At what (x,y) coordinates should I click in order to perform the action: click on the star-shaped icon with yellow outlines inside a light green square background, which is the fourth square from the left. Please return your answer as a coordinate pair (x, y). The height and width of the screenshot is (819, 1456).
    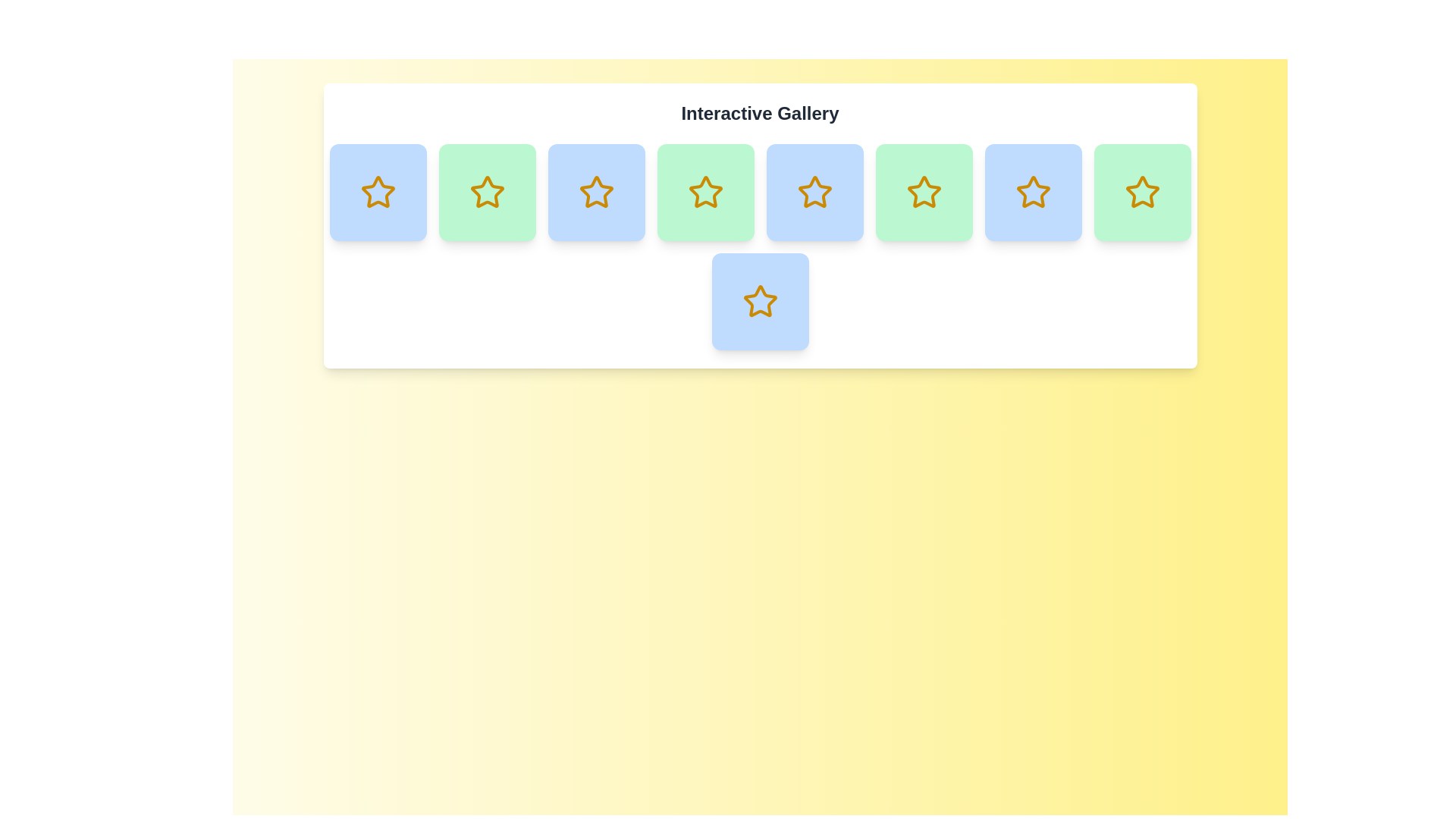
    Looking at the image, I should click on (923, 192).